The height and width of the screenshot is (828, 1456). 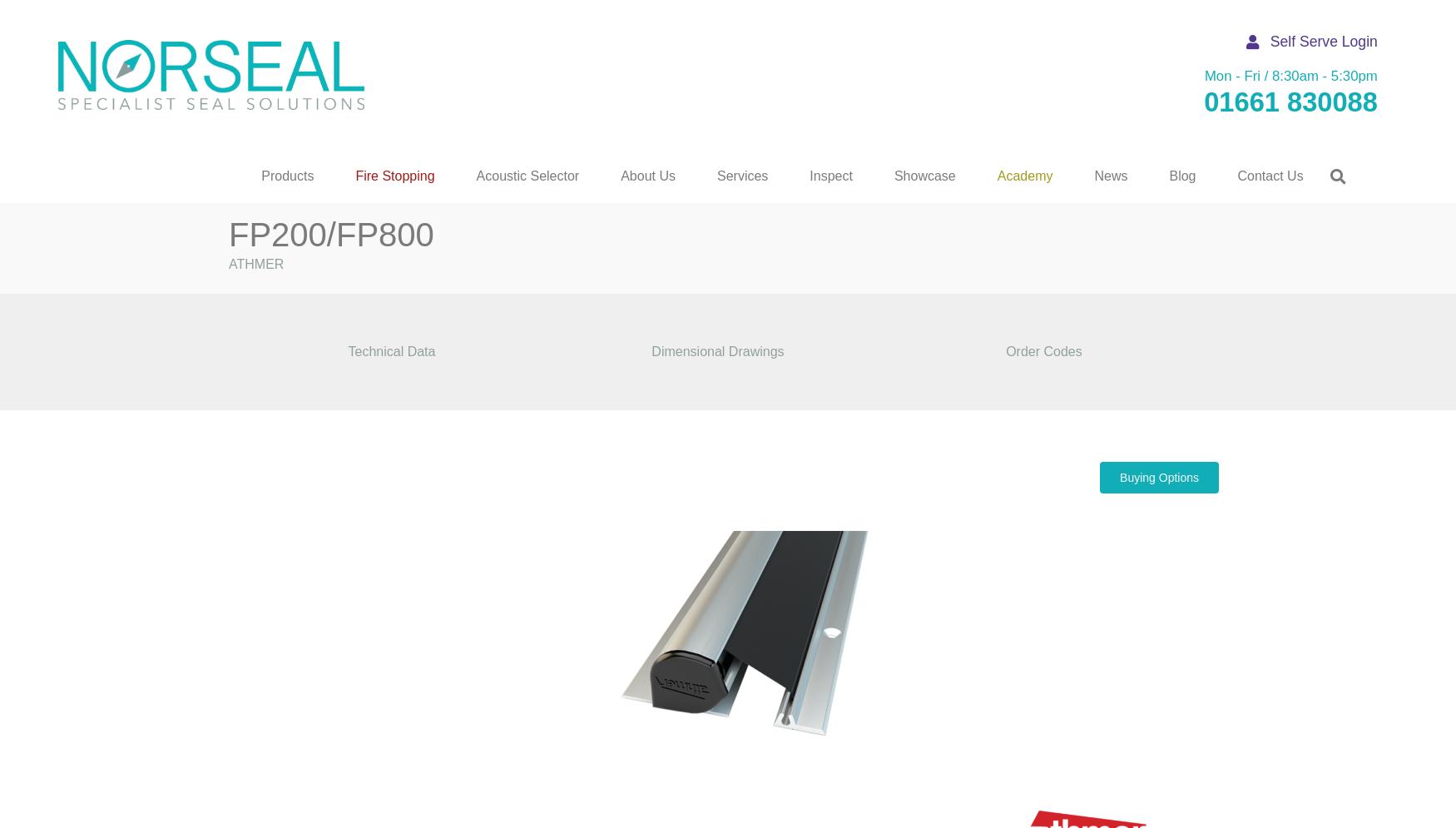 I want to click on 'Grilles & Covers', so click(x=166, y=508).